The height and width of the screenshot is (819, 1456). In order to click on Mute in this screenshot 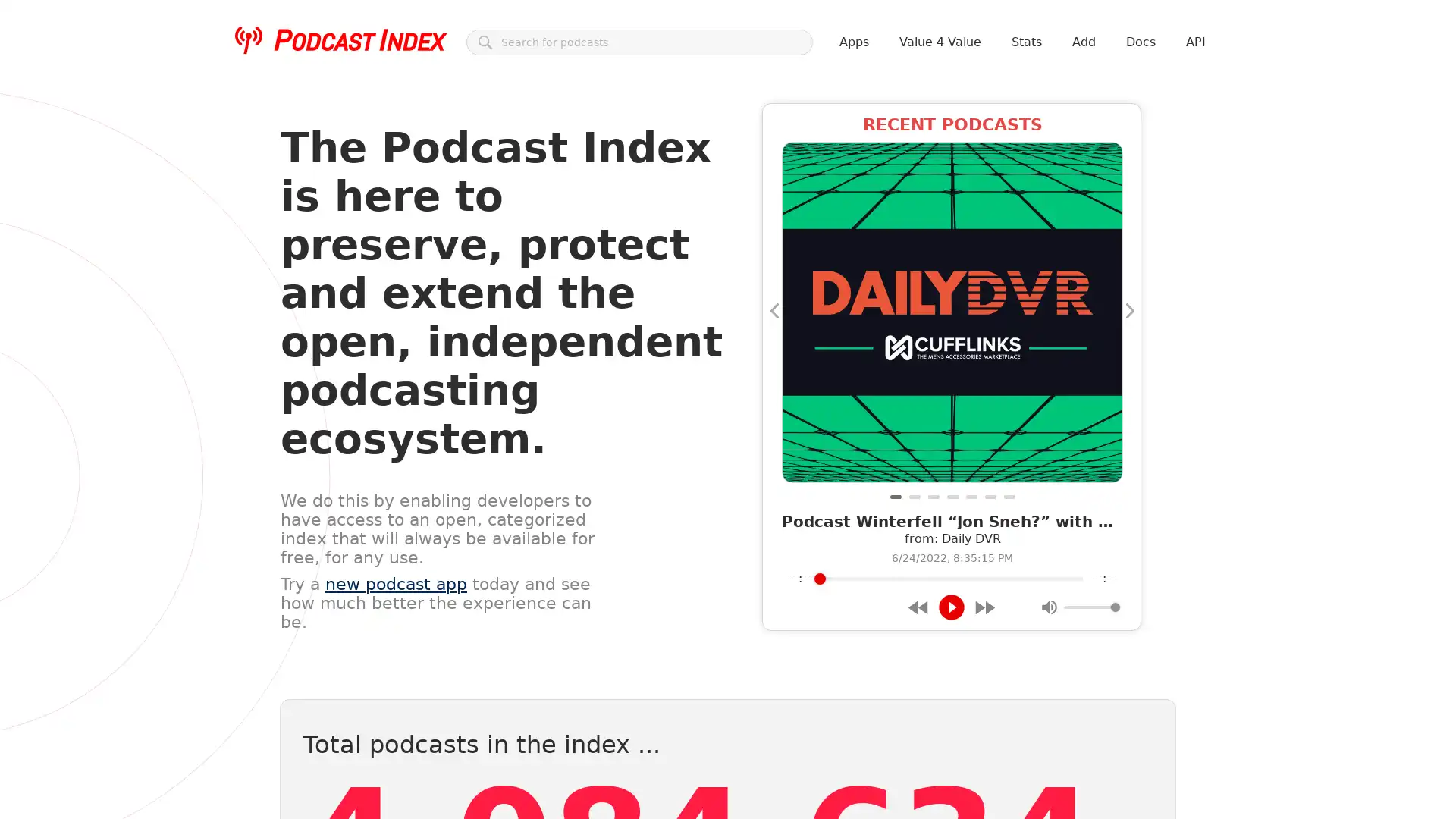, I will do `click(1048, 607)`.